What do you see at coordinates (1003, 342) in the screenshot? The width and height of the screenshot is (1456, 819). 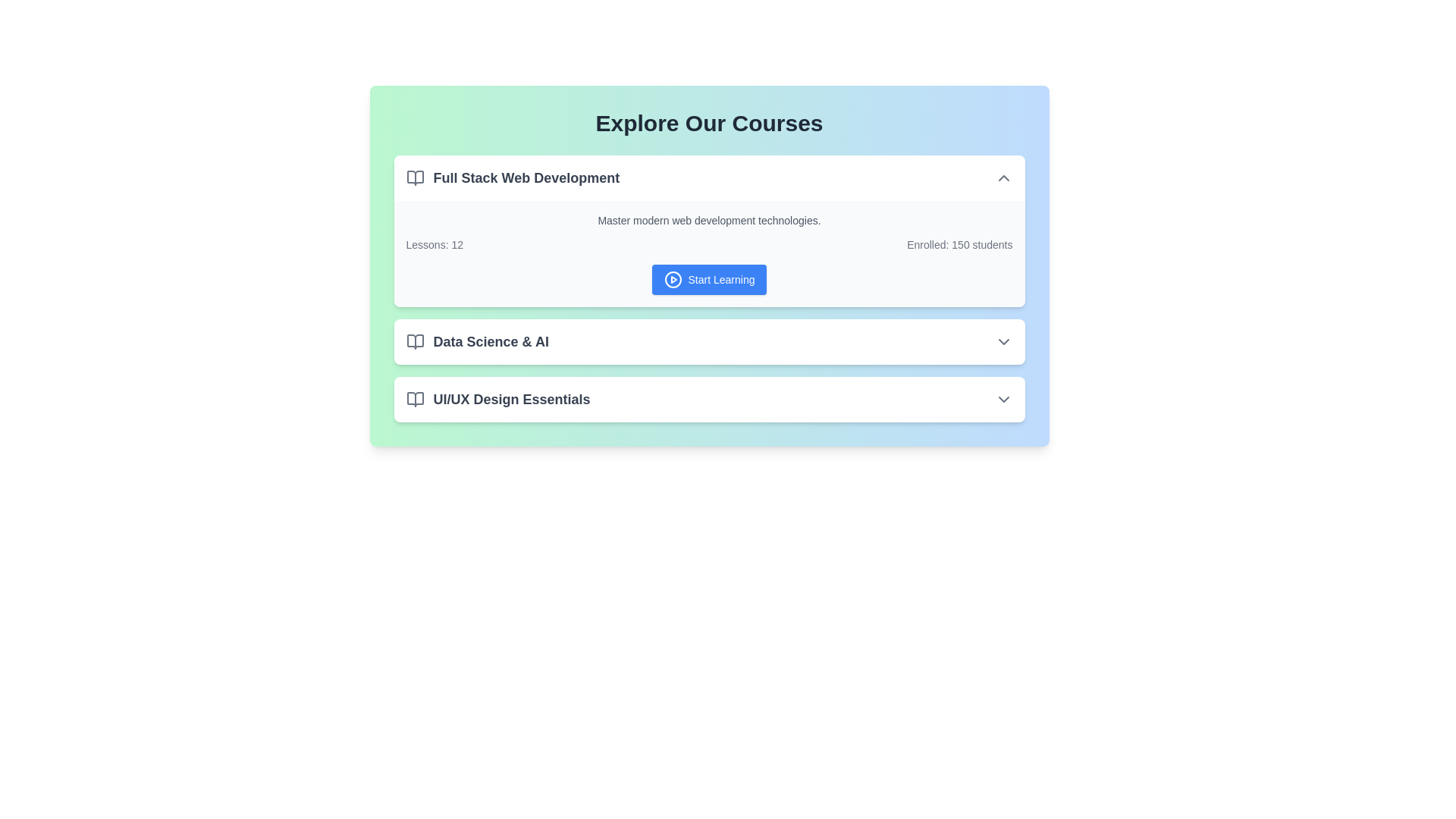 I see `the downward-facing chevron icon of the Dropdown control located at the far right of the 'Data Science & AI' menu bar to trigger potential visual effects` at bounding box center [1003, 342].